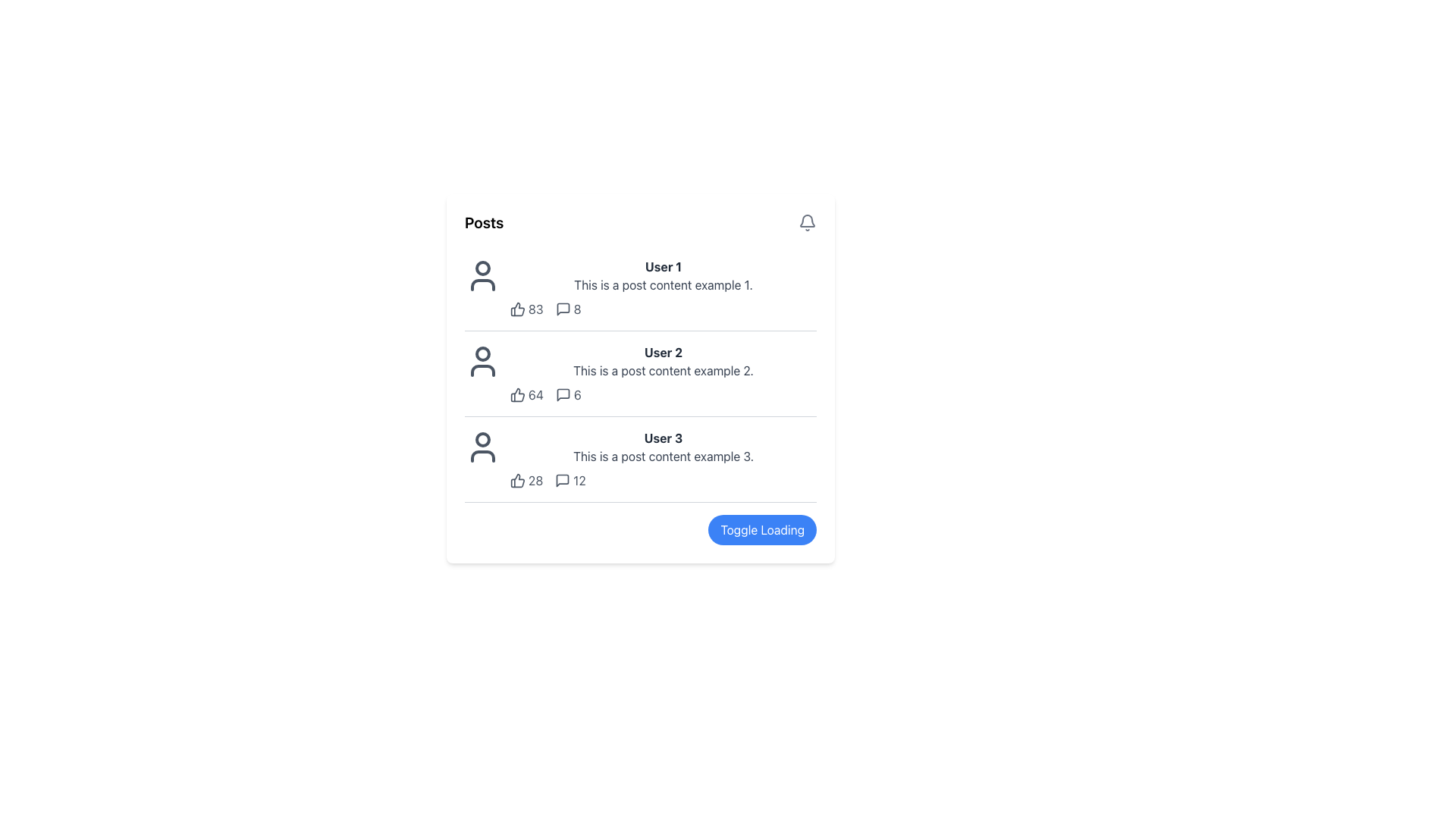  What do you see at coordinates (482, 439) in the screenshot?
I see `the circular graphical element located in the head area of the user profile icon, which is the third in a vertical list on the left side of the content card, adjacent to 'User 3'` at bounding box center [482, 439].